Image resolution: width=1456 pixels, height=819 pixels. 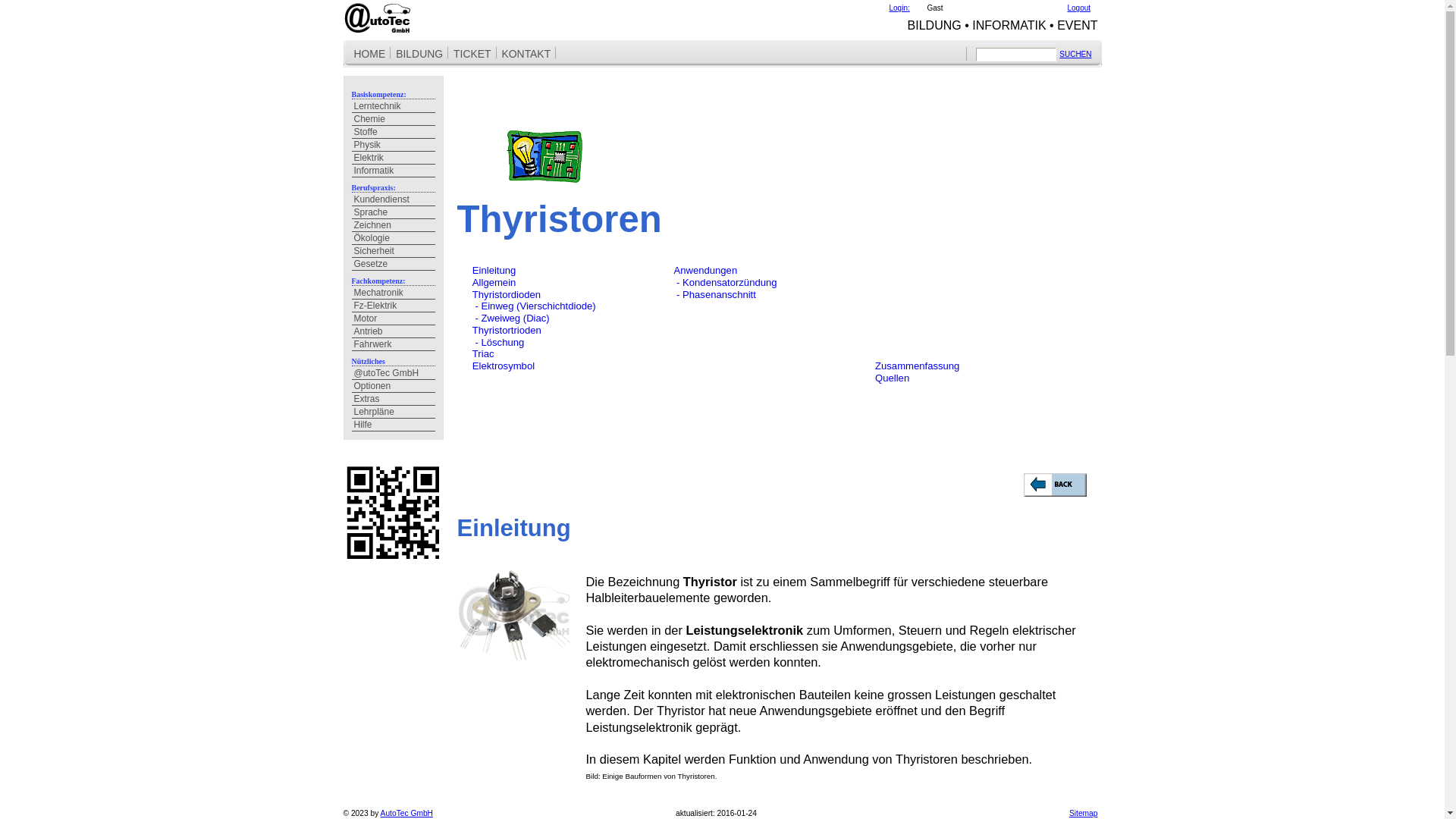 What do you see at coordinates (1083, 812) in the screenshot?
I see `'Sitemap'` at bounding box center [1083, 812].